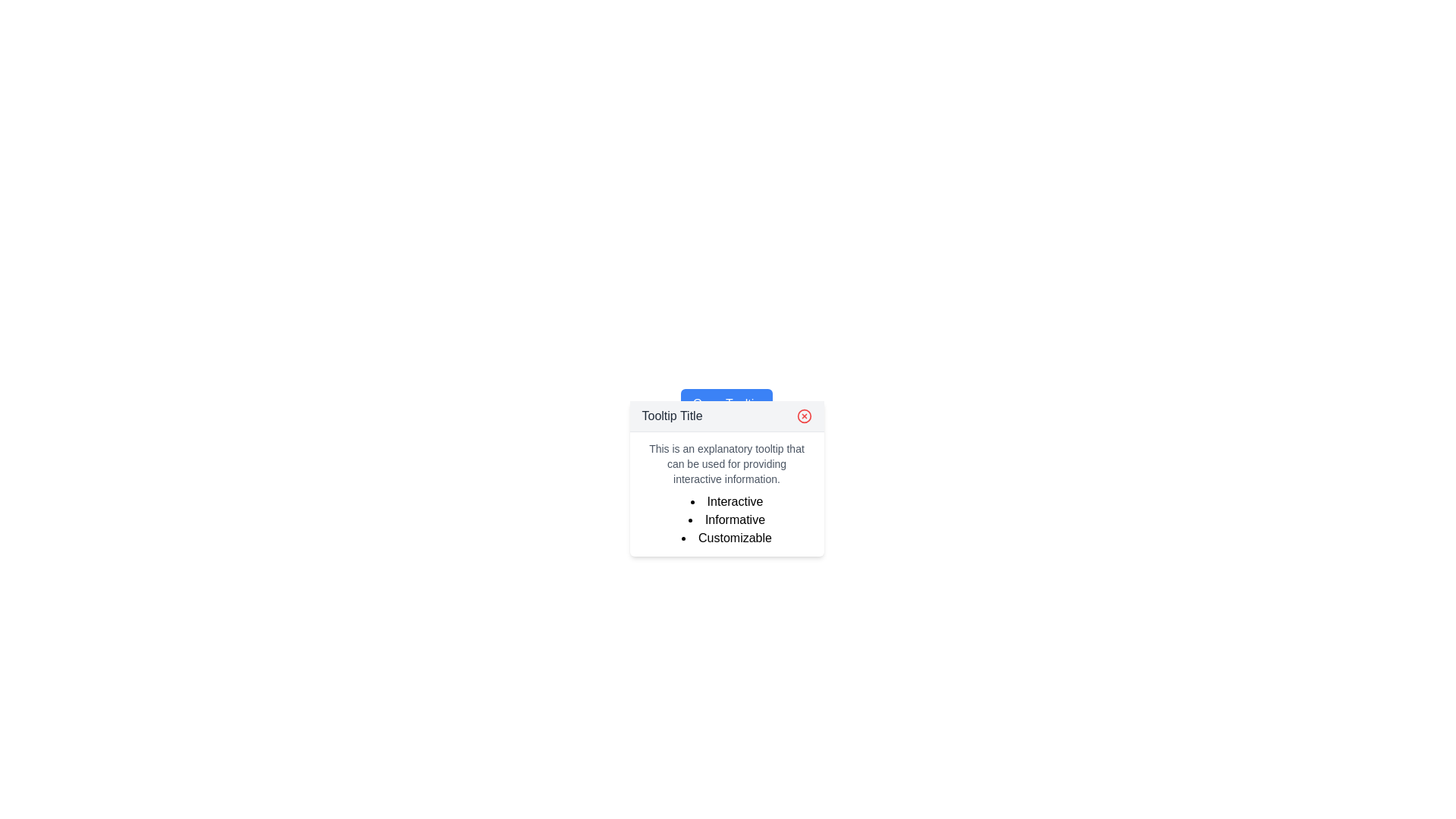 Image resolution: width=1456 pixels, height=819 pixels. Describe the element at coordinates (726, 403) in the screenshot. I see `the close button of the tooltip located slightly below the 'Open Tooltip' blue button` at that location.